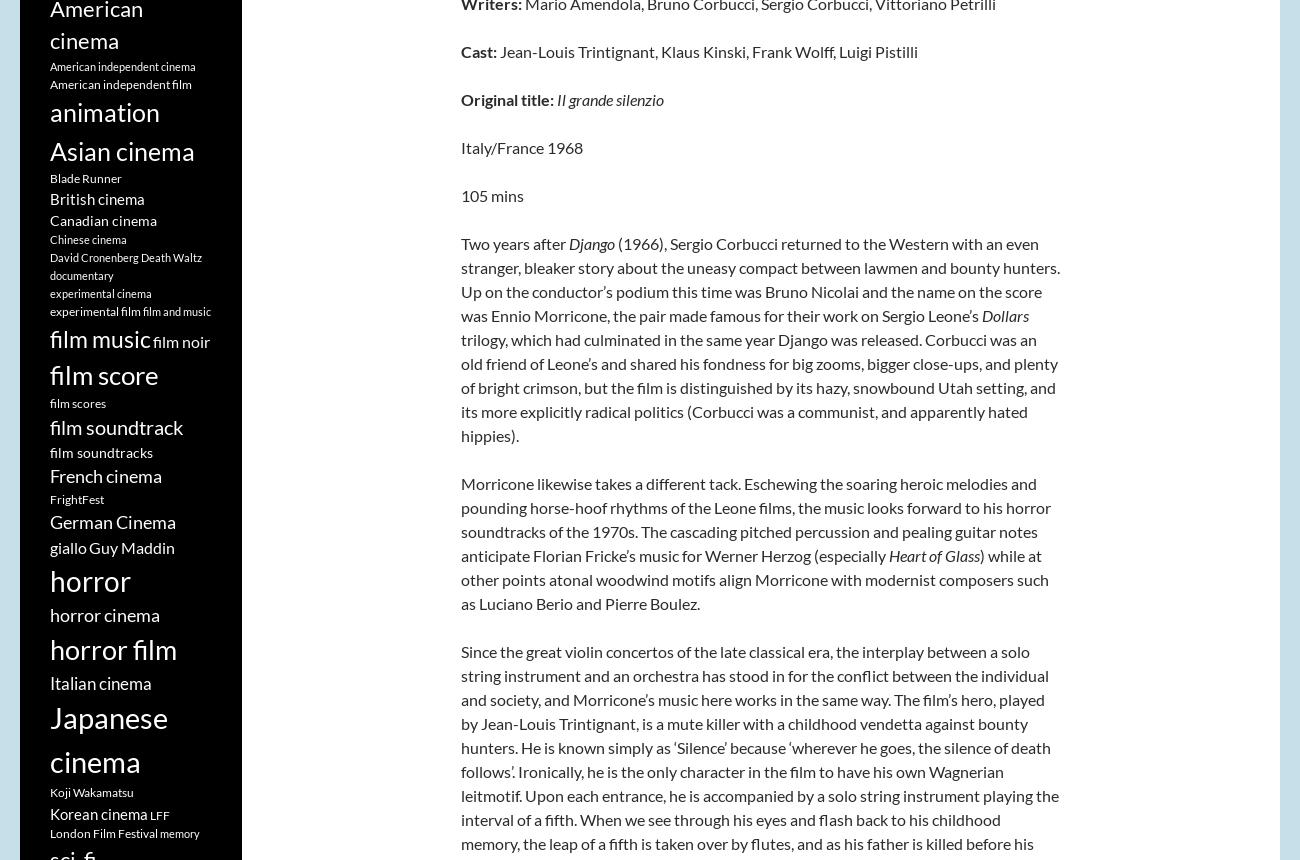 Image resolution: width=1300 pixels, height=860 pixels. Describe the element at coordinates (82, 274) in the screenshot. I see `'documentary'` at that location.